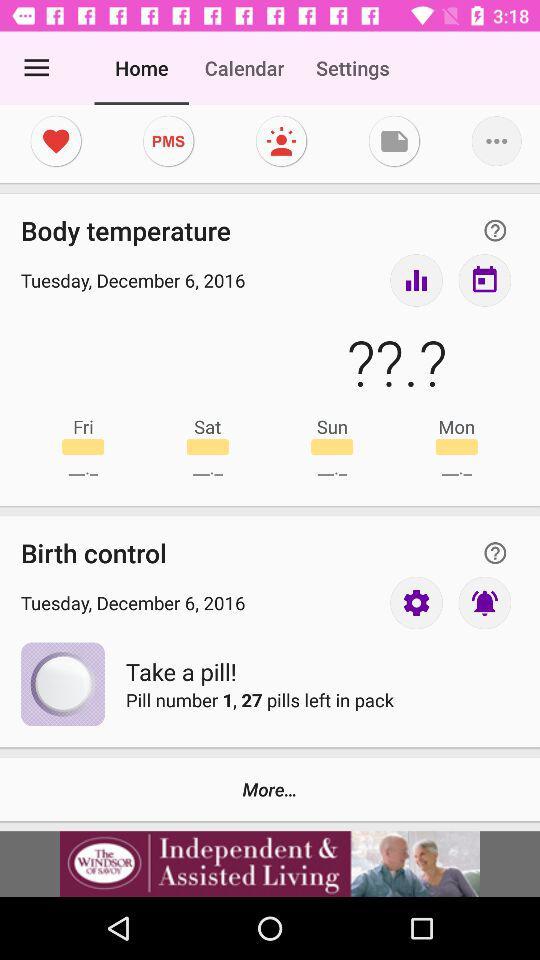 The width and height of the screenshot is (540, 960). Describe the element at coordinates (415, 279) in the screenshot. I see `level` at that location.